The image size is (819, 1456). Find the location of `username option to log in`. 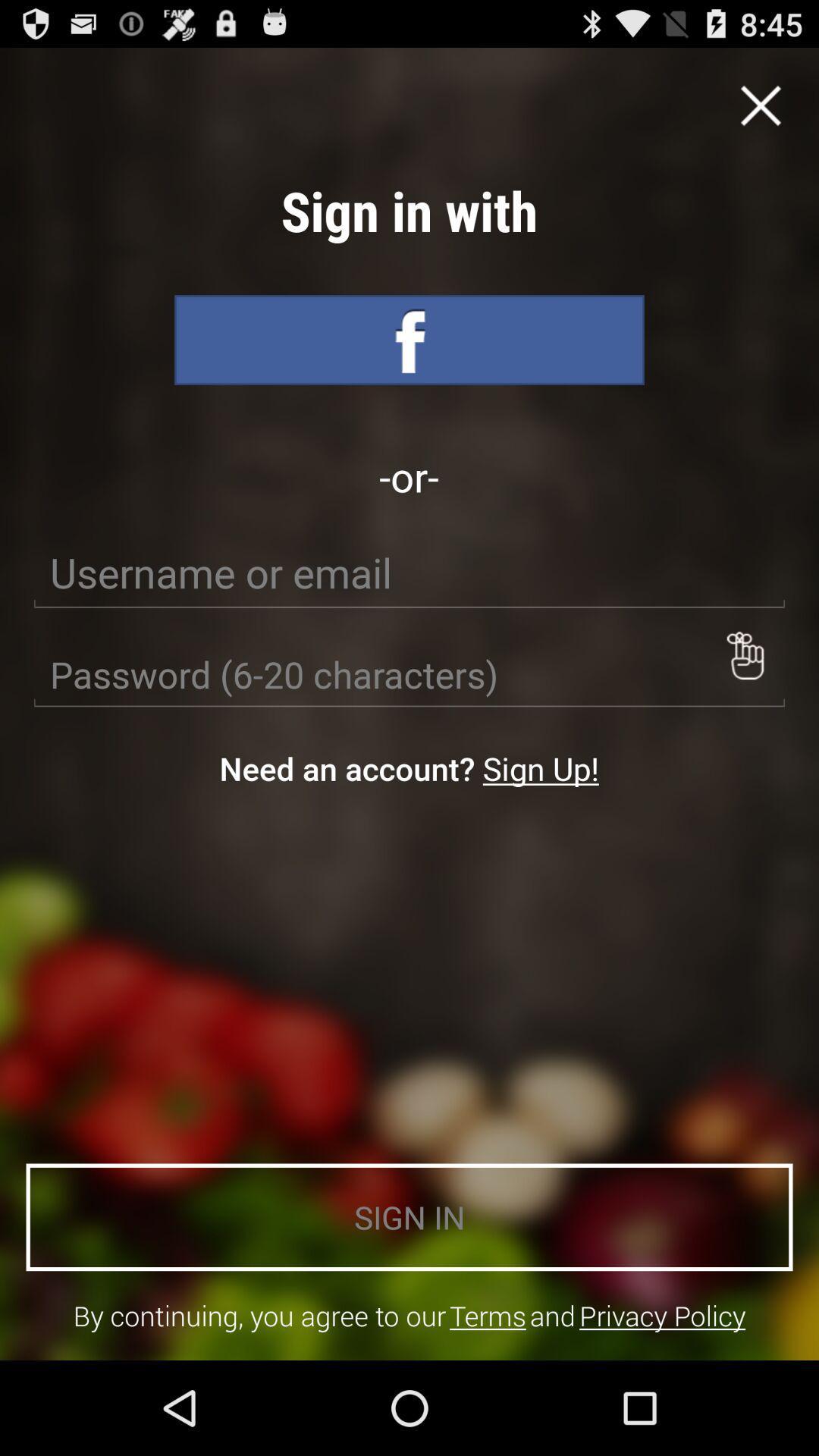

username option to log in is located at coordinates (409, 572).